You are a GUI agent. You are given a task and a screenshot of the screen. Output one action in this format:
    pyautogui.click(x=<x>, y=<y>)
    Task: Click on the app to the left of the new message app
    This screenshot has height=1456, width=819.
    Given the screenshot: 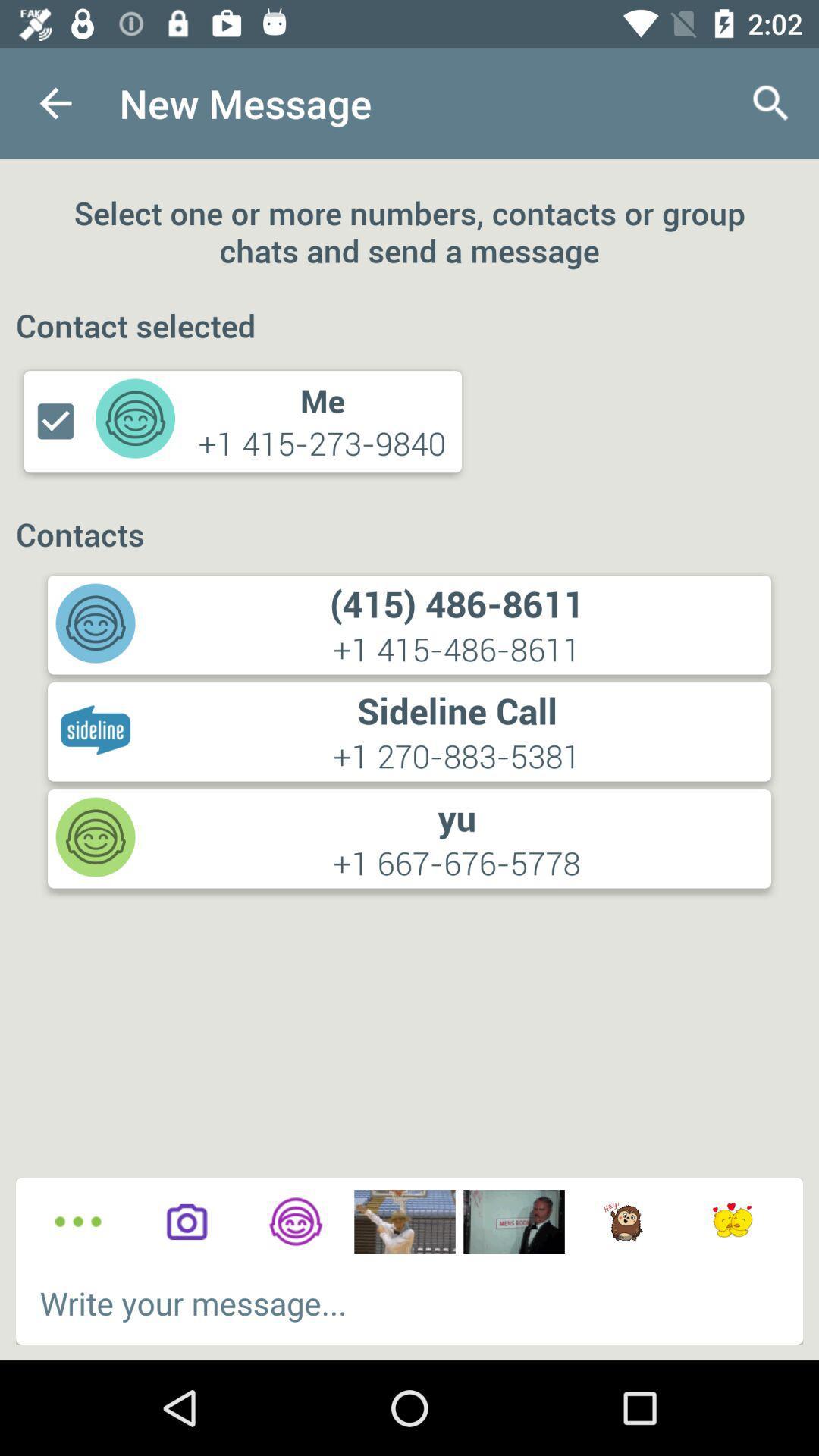 What is the action you would take?
    pyautogui.click(x=55, y=102)
    